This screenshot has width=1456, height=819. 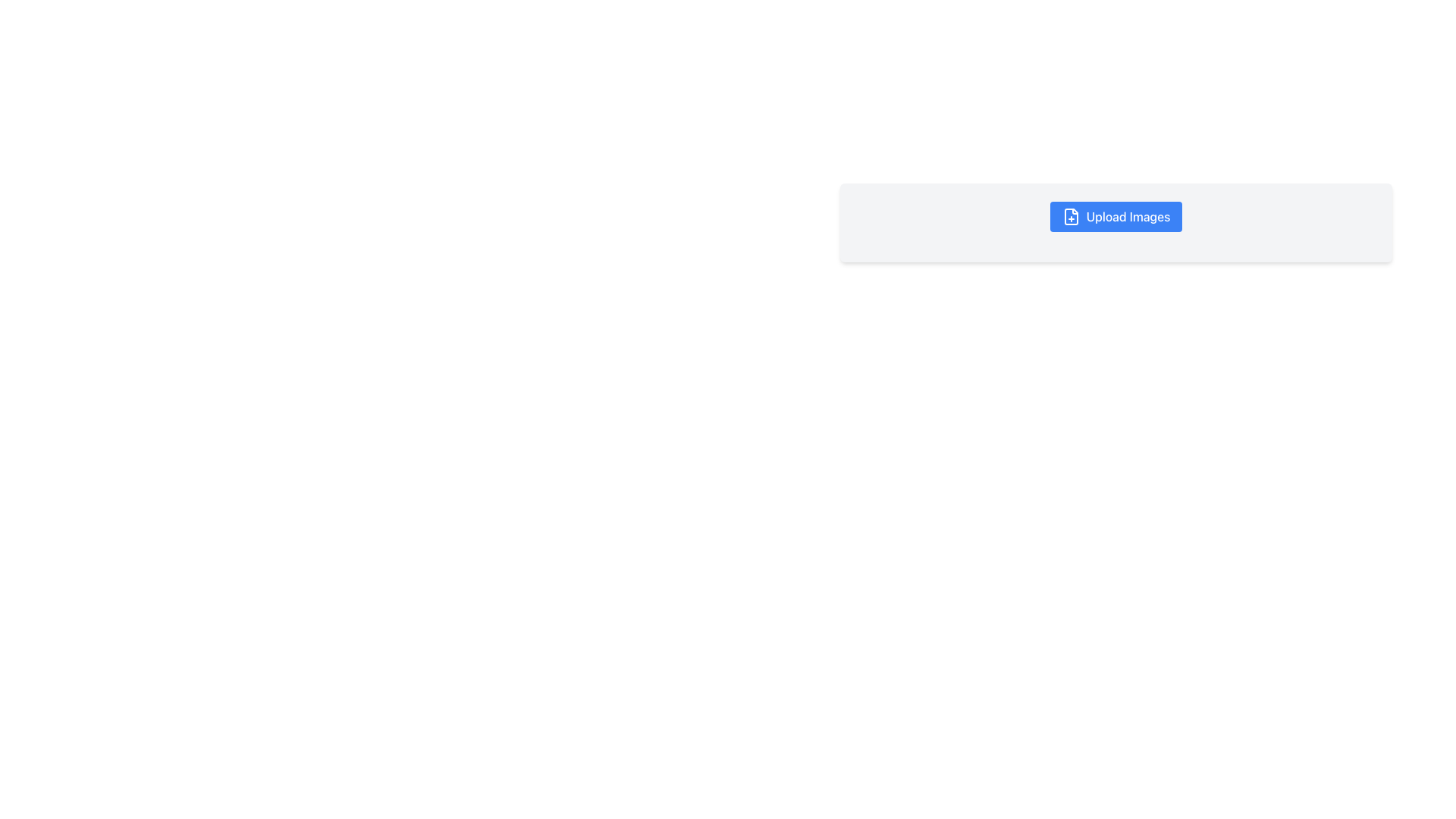 I want to click on the rectangular button with a blue background and 'Upload Images' text, so click(x=1116, y=216).